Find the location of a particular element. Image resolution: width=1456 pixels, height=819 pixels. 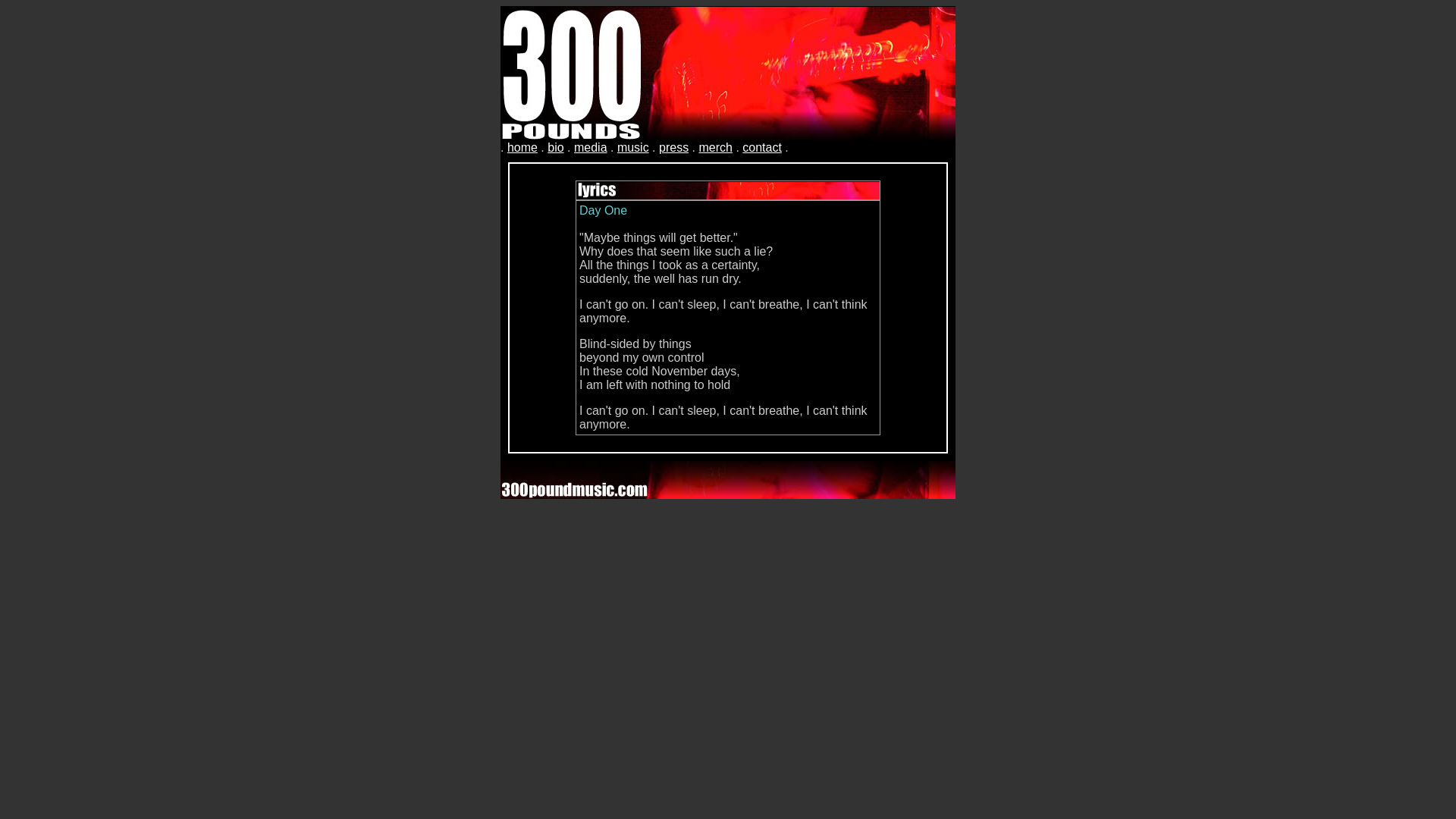

'contact' is located at coordinates (761, 147).